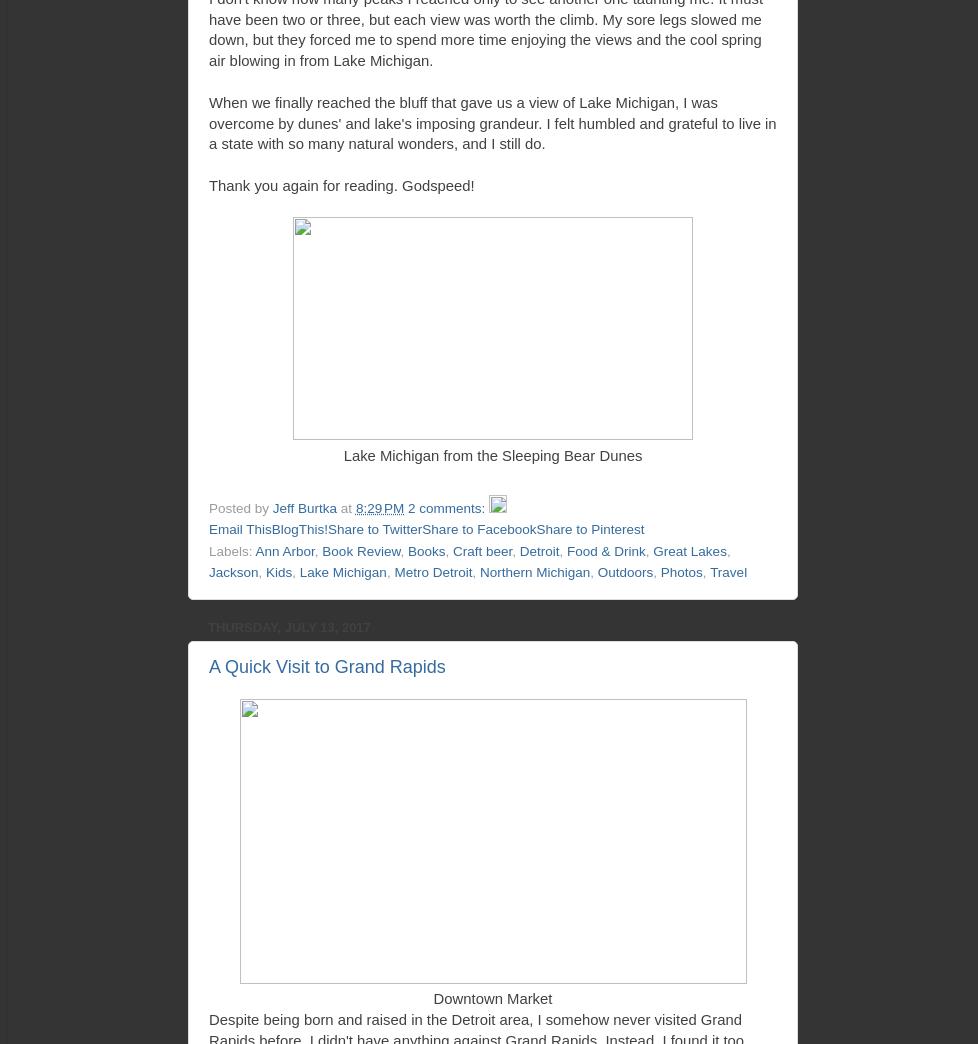  I want to click on 'Outdoors', so click(625, 571).